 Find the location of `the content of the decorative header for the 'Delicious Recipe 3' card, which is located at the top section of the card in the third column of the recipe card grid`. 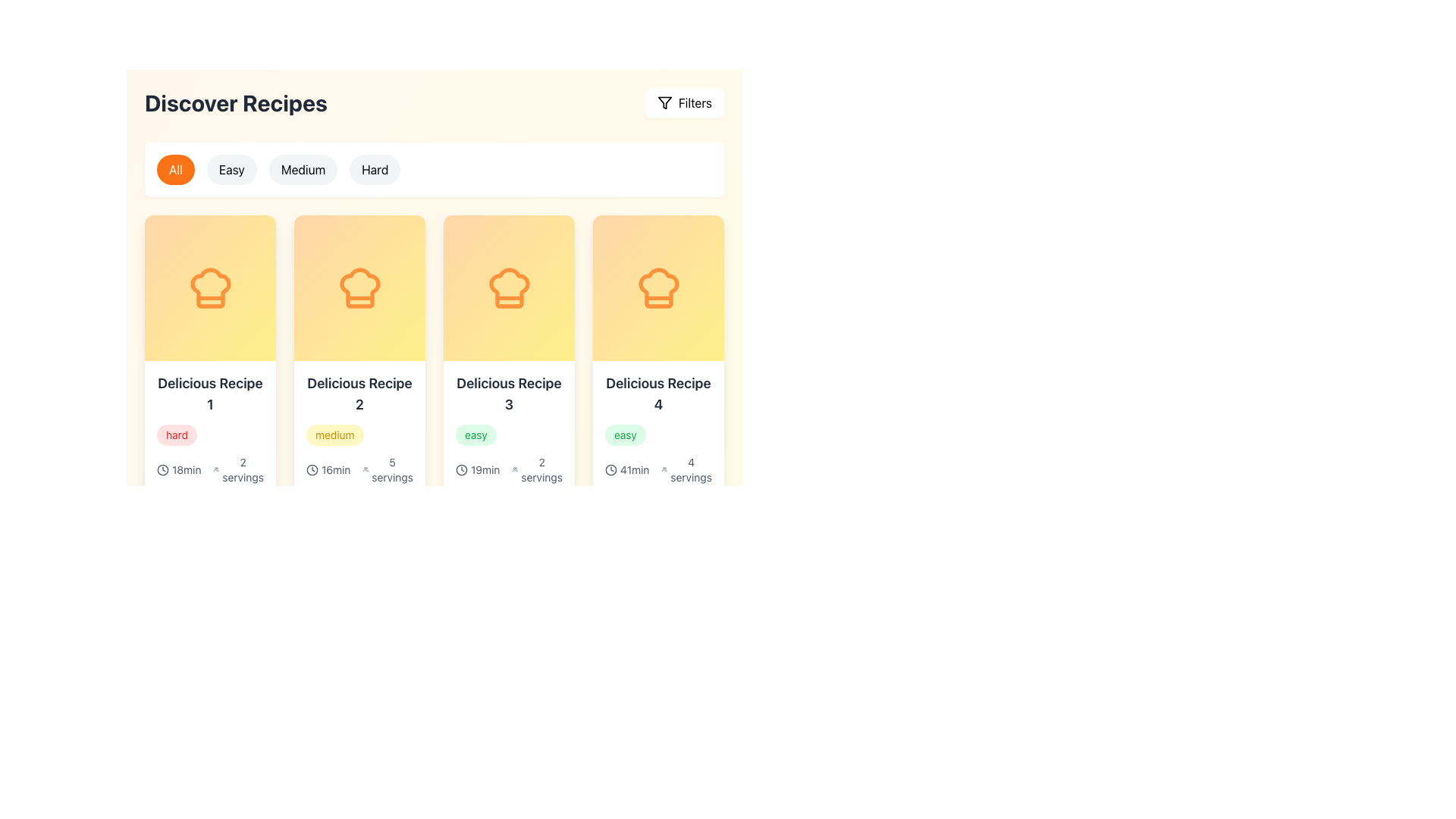

the content of the decorative header for the 'Delicious Recipe 3' card, which is located at the top section of the card in the third column of the recipe card grid is located at coordinates (509, 288).